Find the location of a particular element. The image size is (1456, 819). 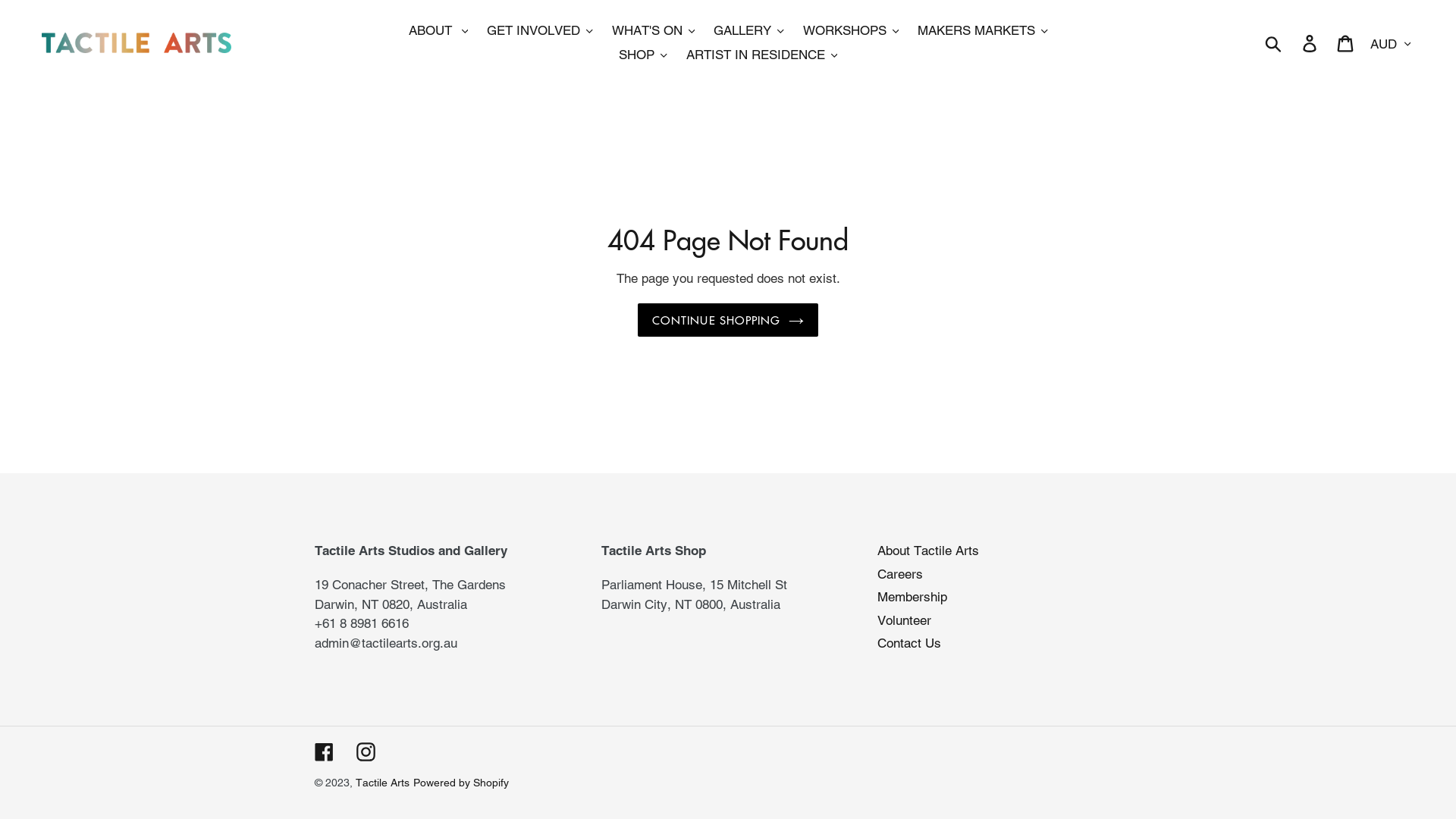

'Membership' is located at coordinates (912, 595).